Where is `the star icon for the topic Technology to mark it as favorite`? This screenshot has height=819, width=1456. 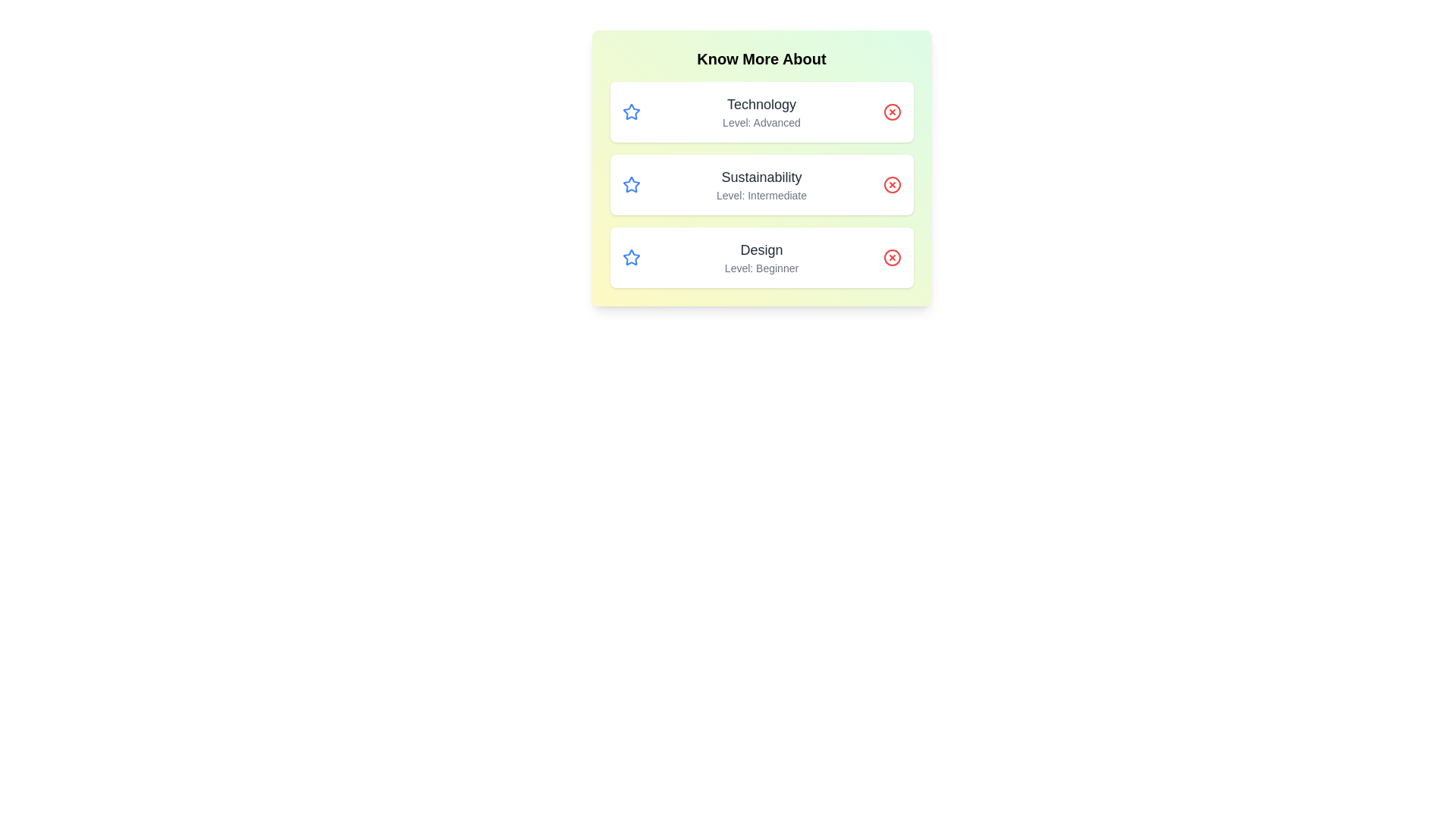
the star icon for the topic Technology to mark it as favorite is located at coordinates (631, 111).